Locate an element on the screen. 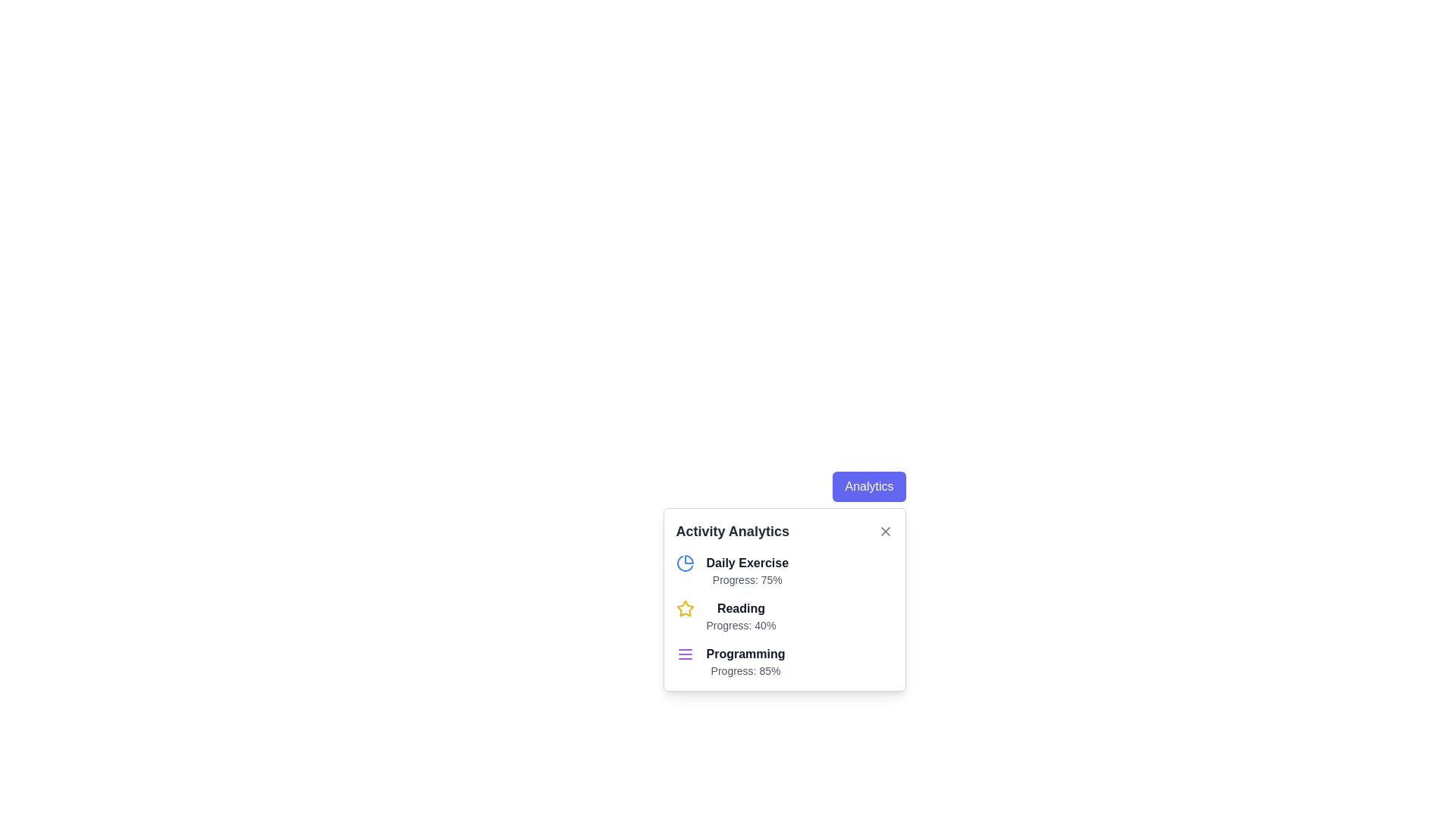 This screenshot has height=819, width=1456. the text label indicating the current progress percentage for the activity 'Reading', which is located under the heading 'Reading' in the middle of the list displayed within the analytics card is located at coordinates (741, 626).